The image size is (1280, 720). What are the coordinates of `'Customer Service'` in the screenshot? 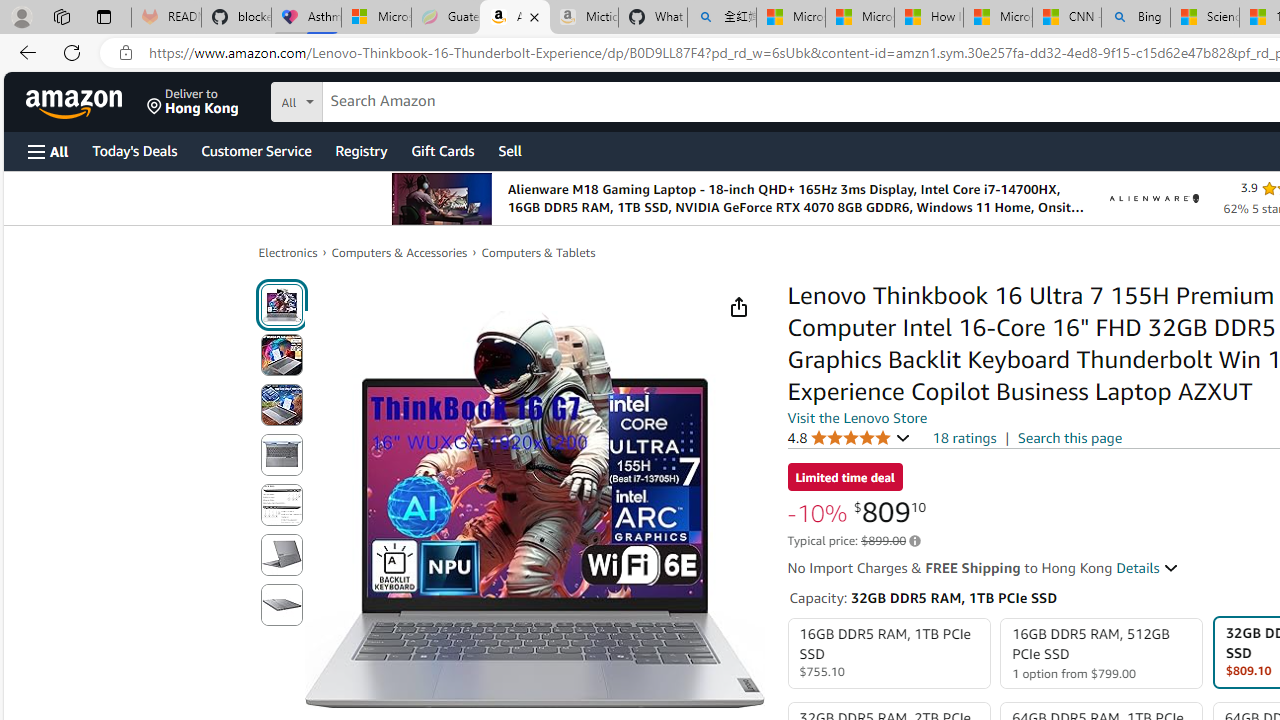 It's located at (255, 149).